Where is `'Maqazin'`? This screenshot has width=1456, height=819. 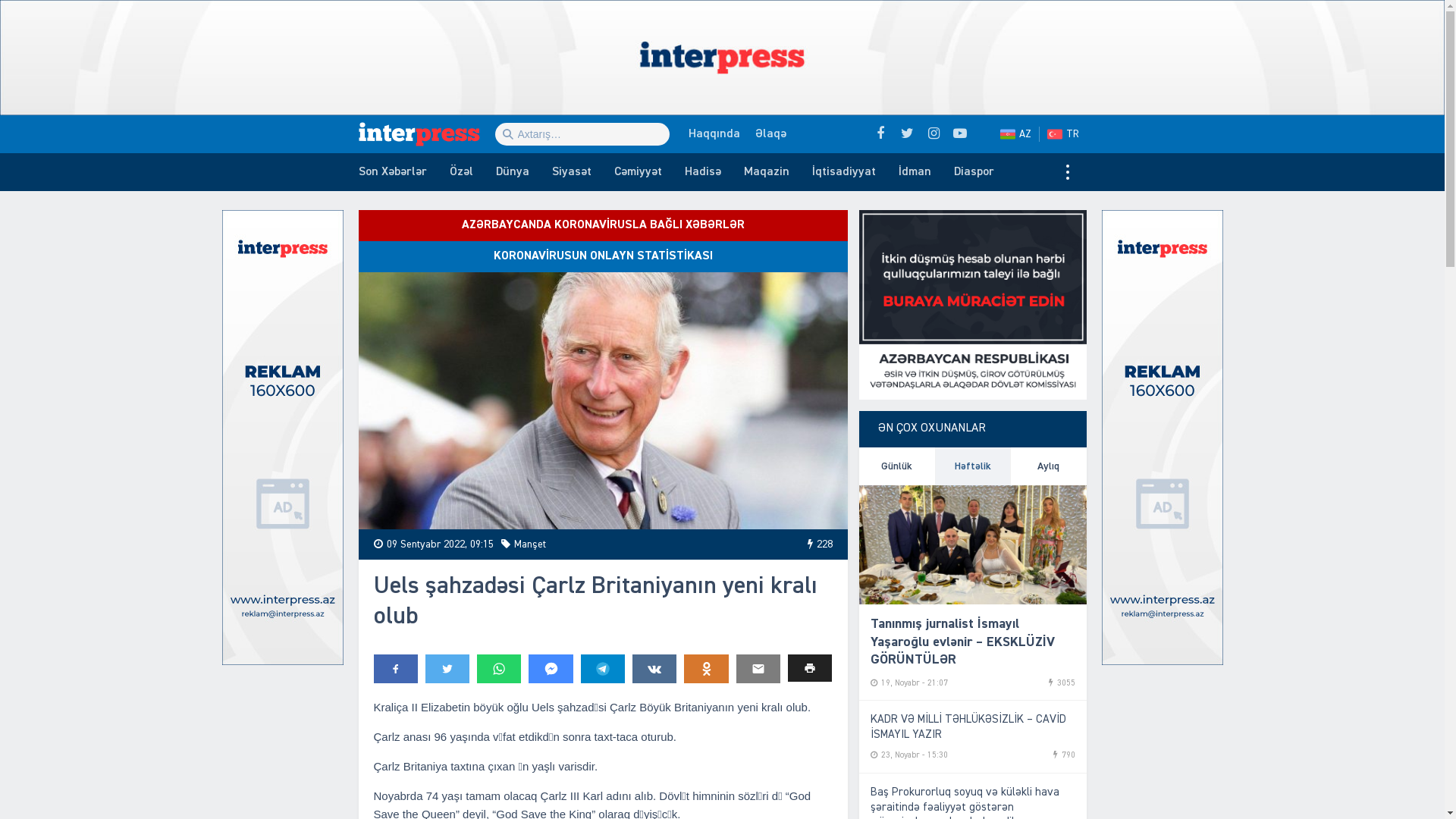 'Maqazin' is located at coordinates (767, 171).